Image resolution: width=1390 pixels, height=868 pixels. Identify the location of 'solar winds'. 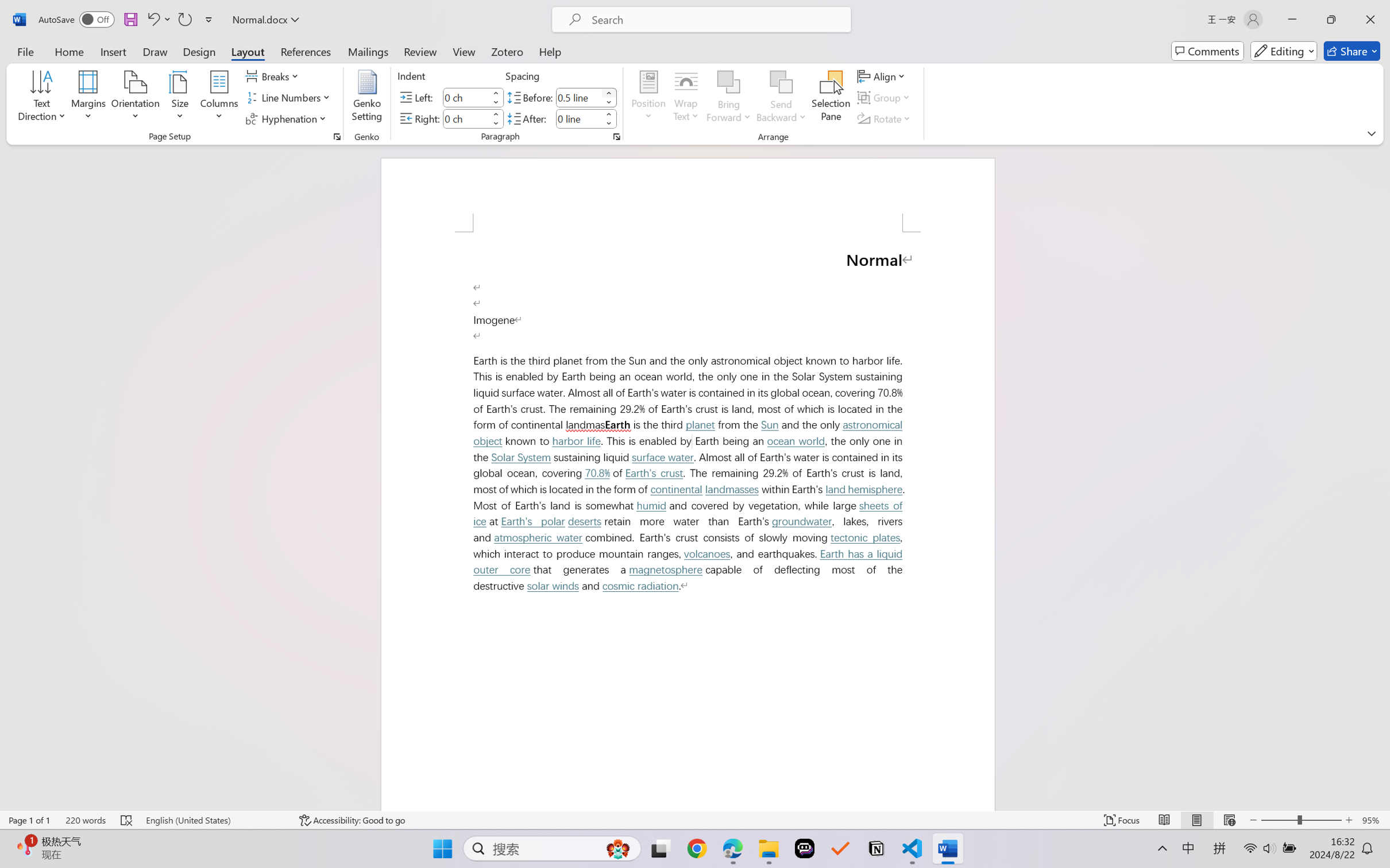
(552, 586).